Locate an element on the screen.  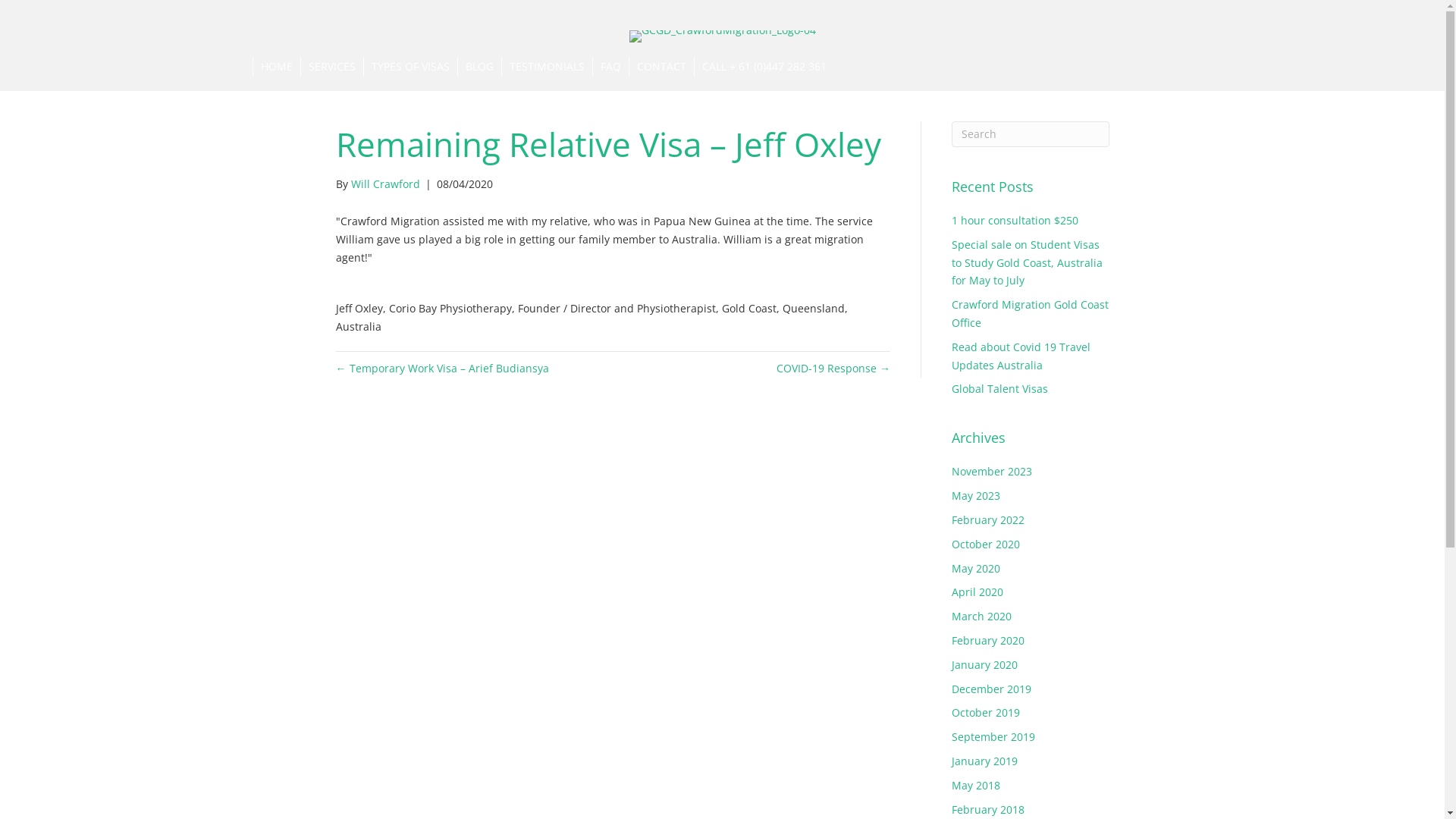
'Read about Covid 19 Travel Updates Australia' is located at coordinates (1021, 356).